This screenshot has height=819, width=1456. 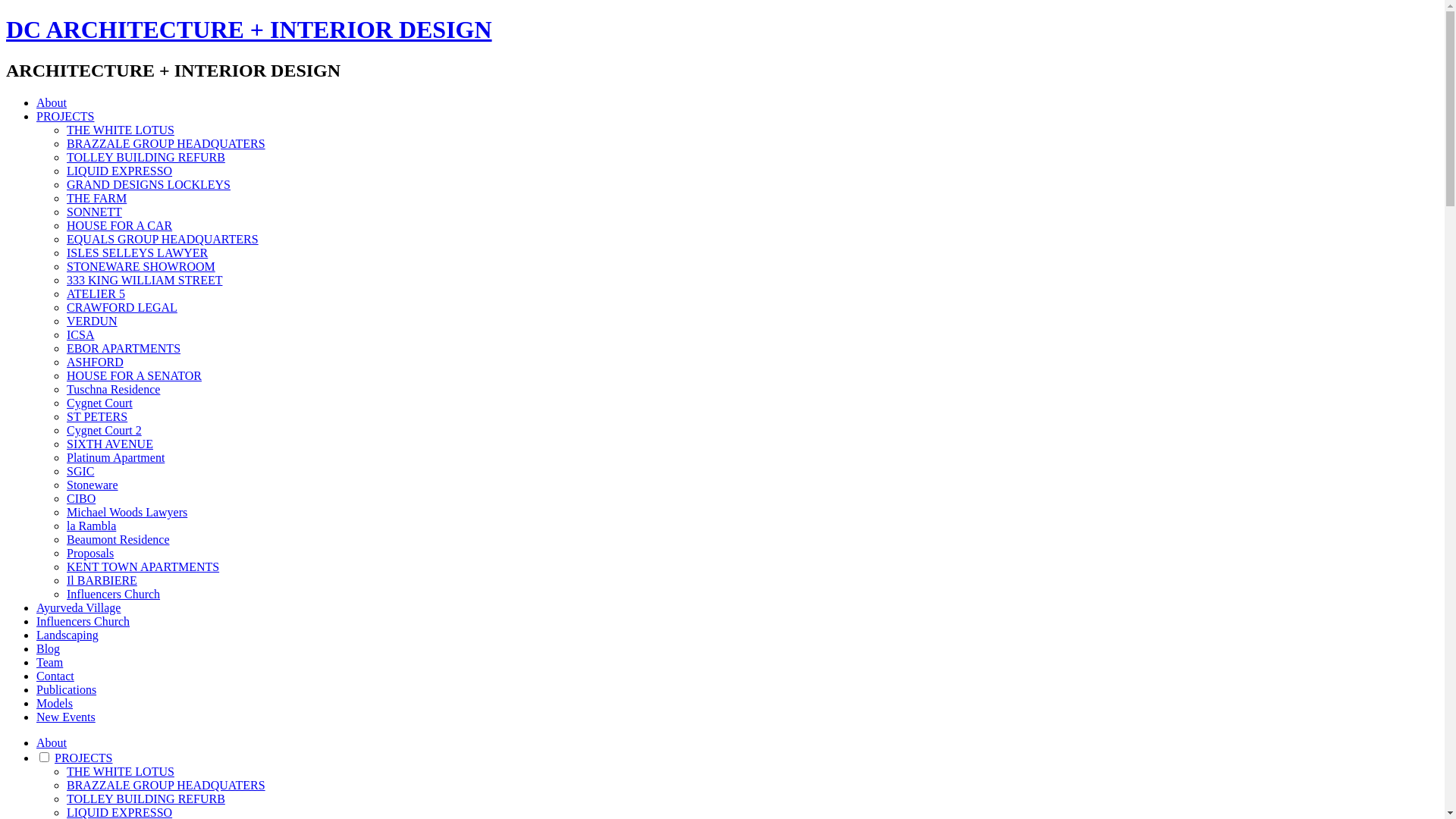 I want to click on 'KENT TOWN APARTMENTS', so click(x=143, y=566).